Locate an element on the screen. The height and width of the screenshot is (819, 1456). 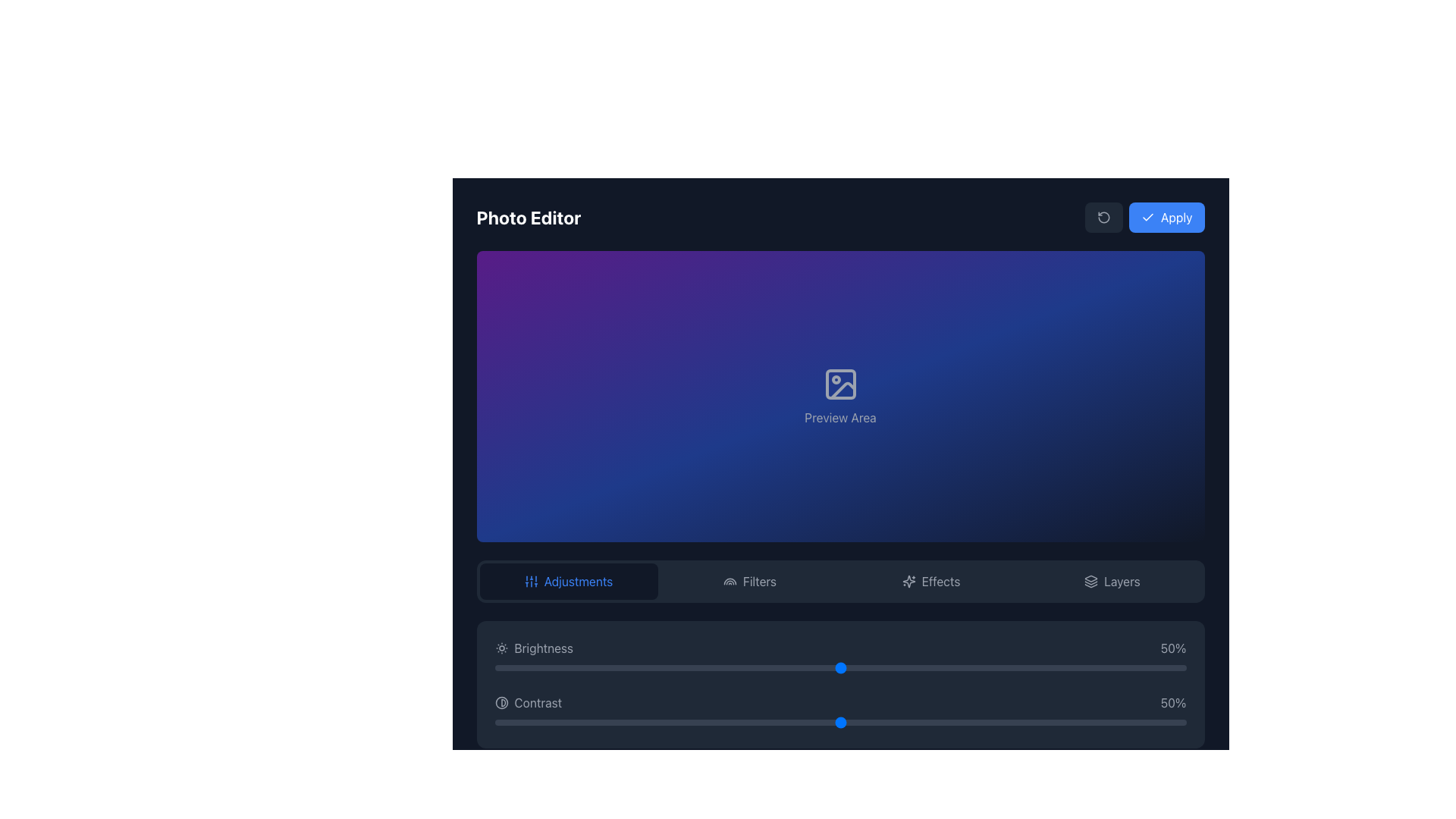
the central star-like icon in the top-right quadrant of the interface, which symbolizes effects or enhancements is located at coordinates (908, 581).